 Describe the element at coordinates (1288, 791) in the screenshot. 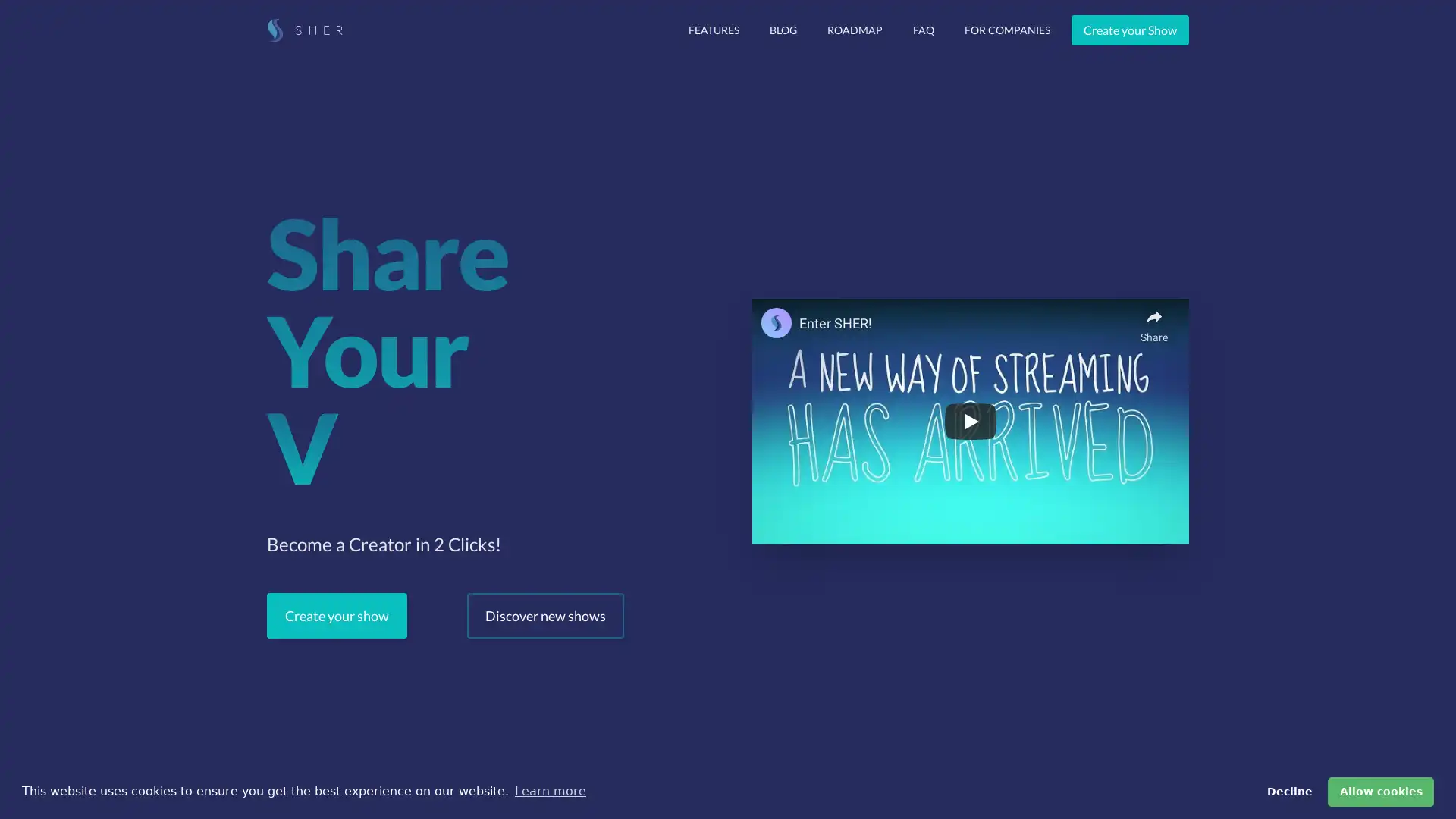

I see `deny cookies` at that location.